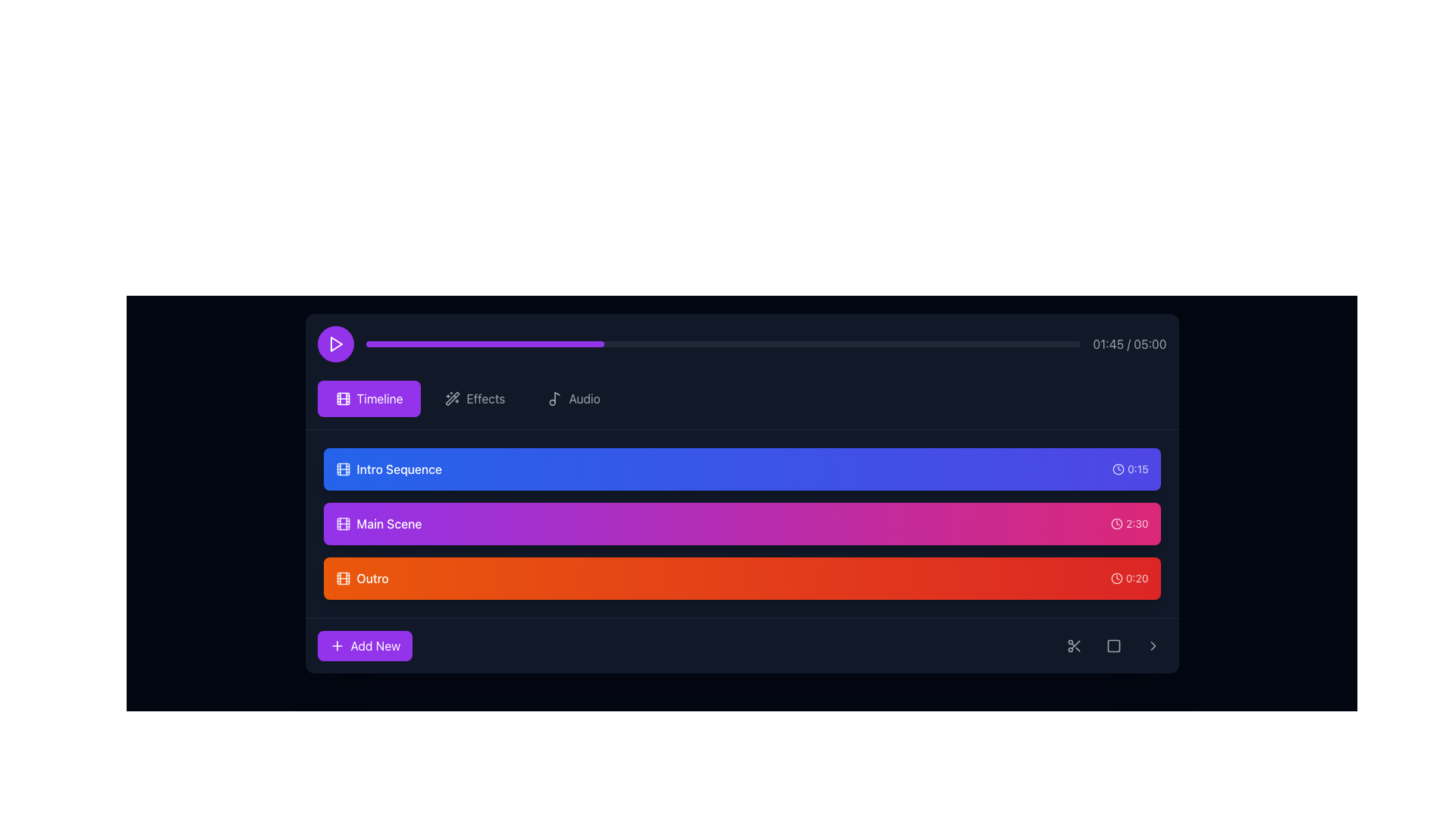  Describe the element at coordinates (1113, 646) in the screenshot. I see `the small, square-shaped icon` at that location.